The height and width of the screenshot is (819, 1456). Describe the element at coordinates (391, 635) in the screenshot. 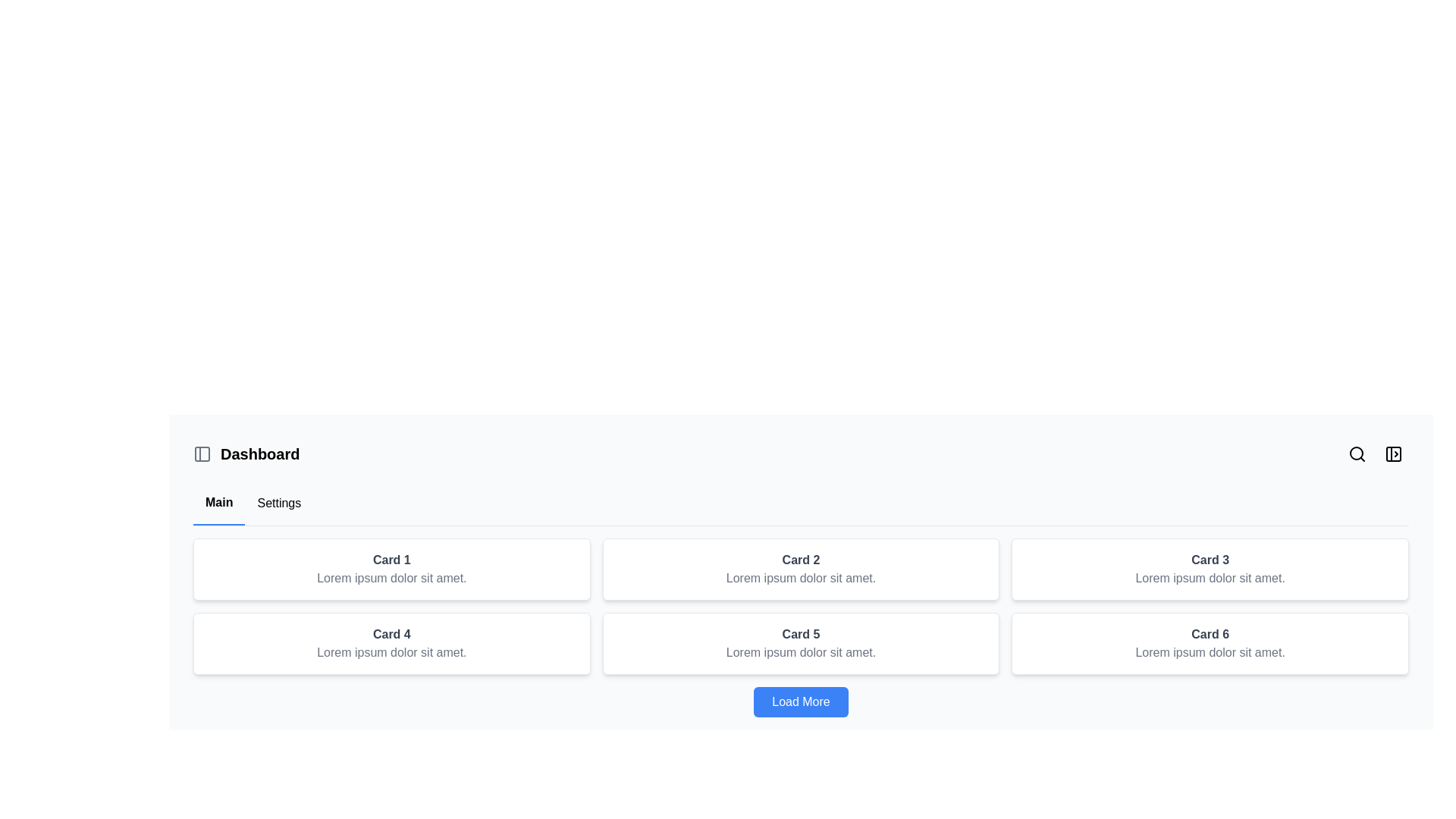

I see `text displayed in bold styling that says 'Card 4', which is located in the second card of the second row in the grid layout` at that location.